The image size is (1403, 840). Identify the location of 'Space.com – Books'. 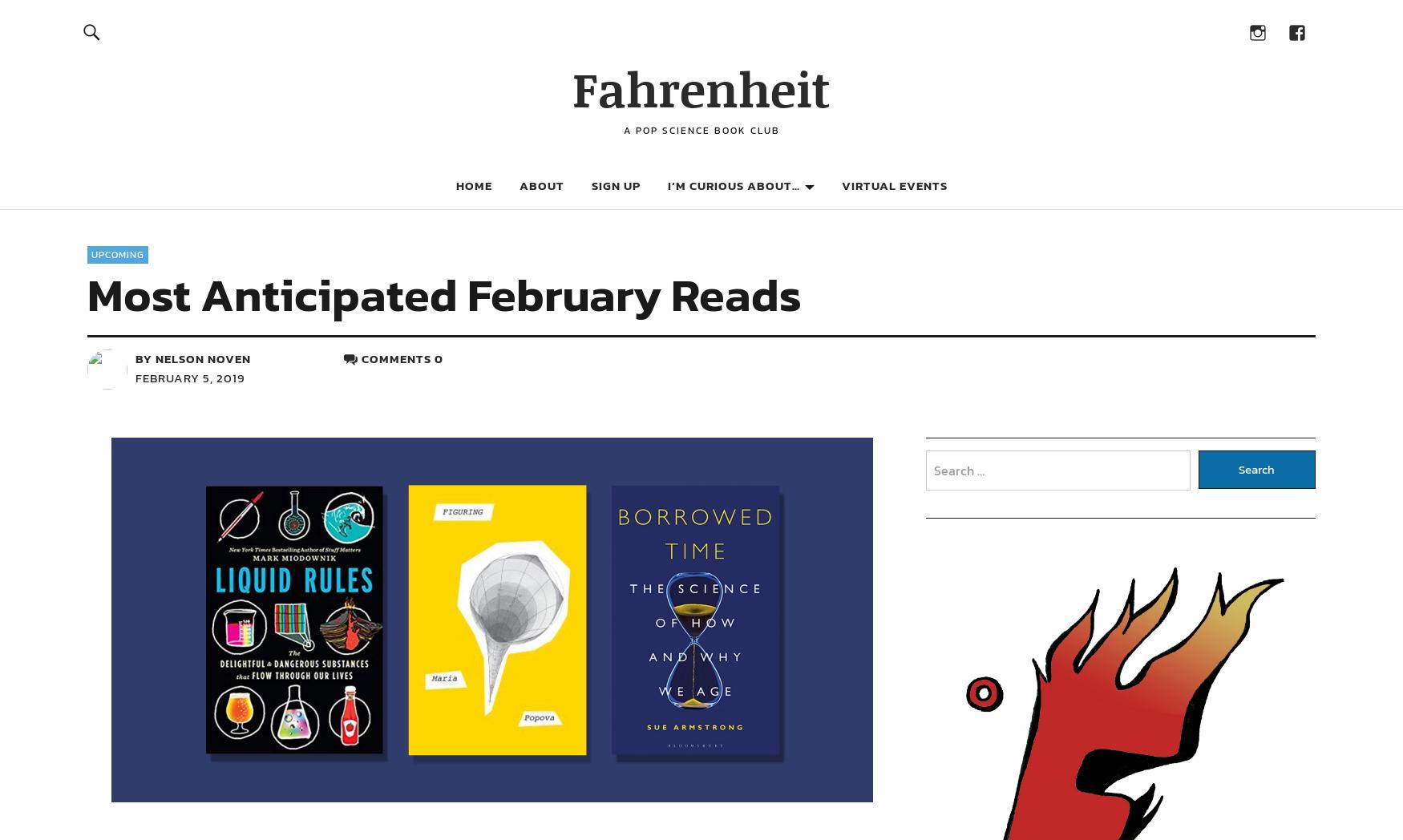
(1044, 220).